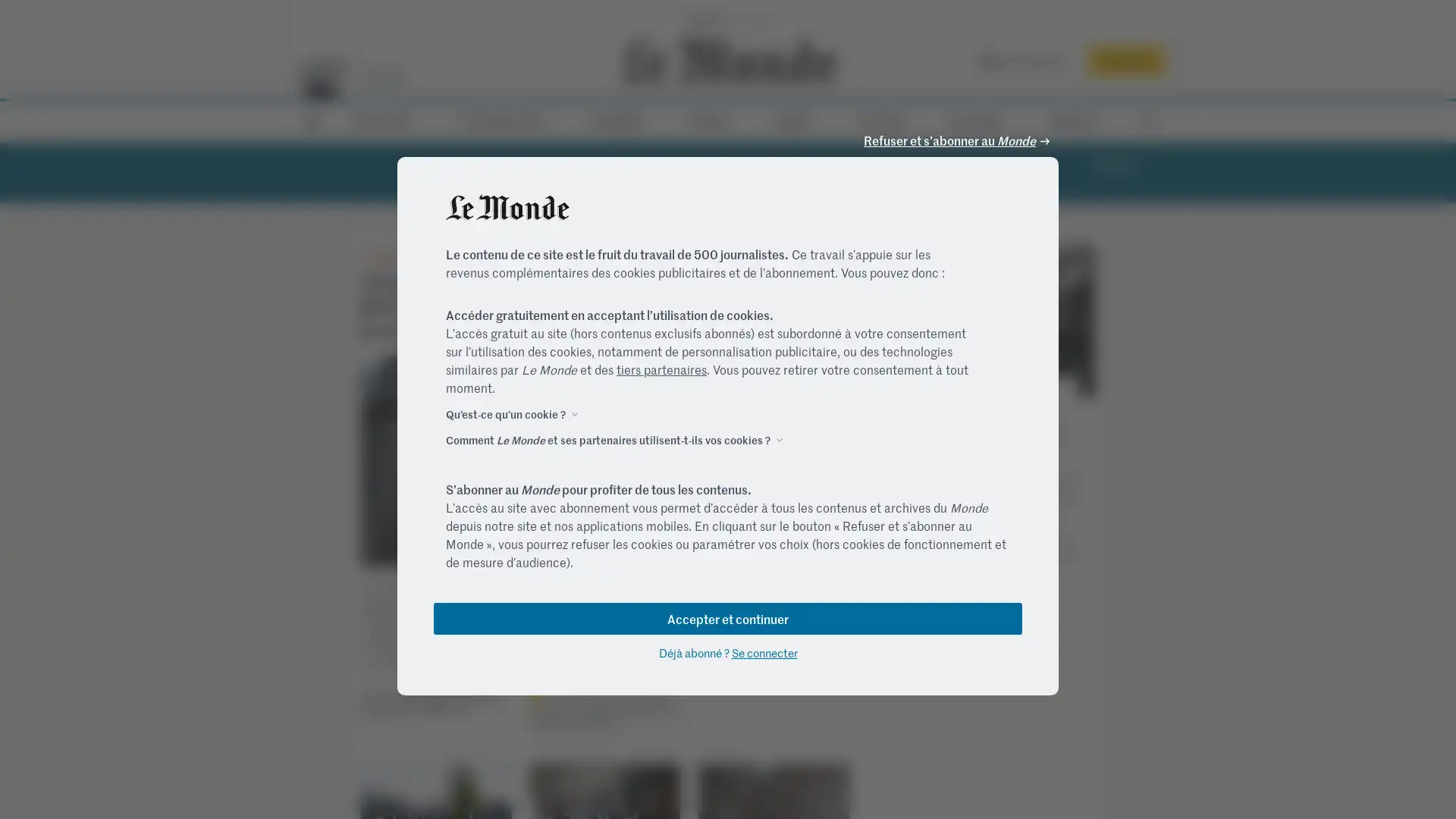  What do you see at coordinates (506, 413) in the screenshot?
I see `Quest-ce quun cookie ?` at bounding box center [506, 413].